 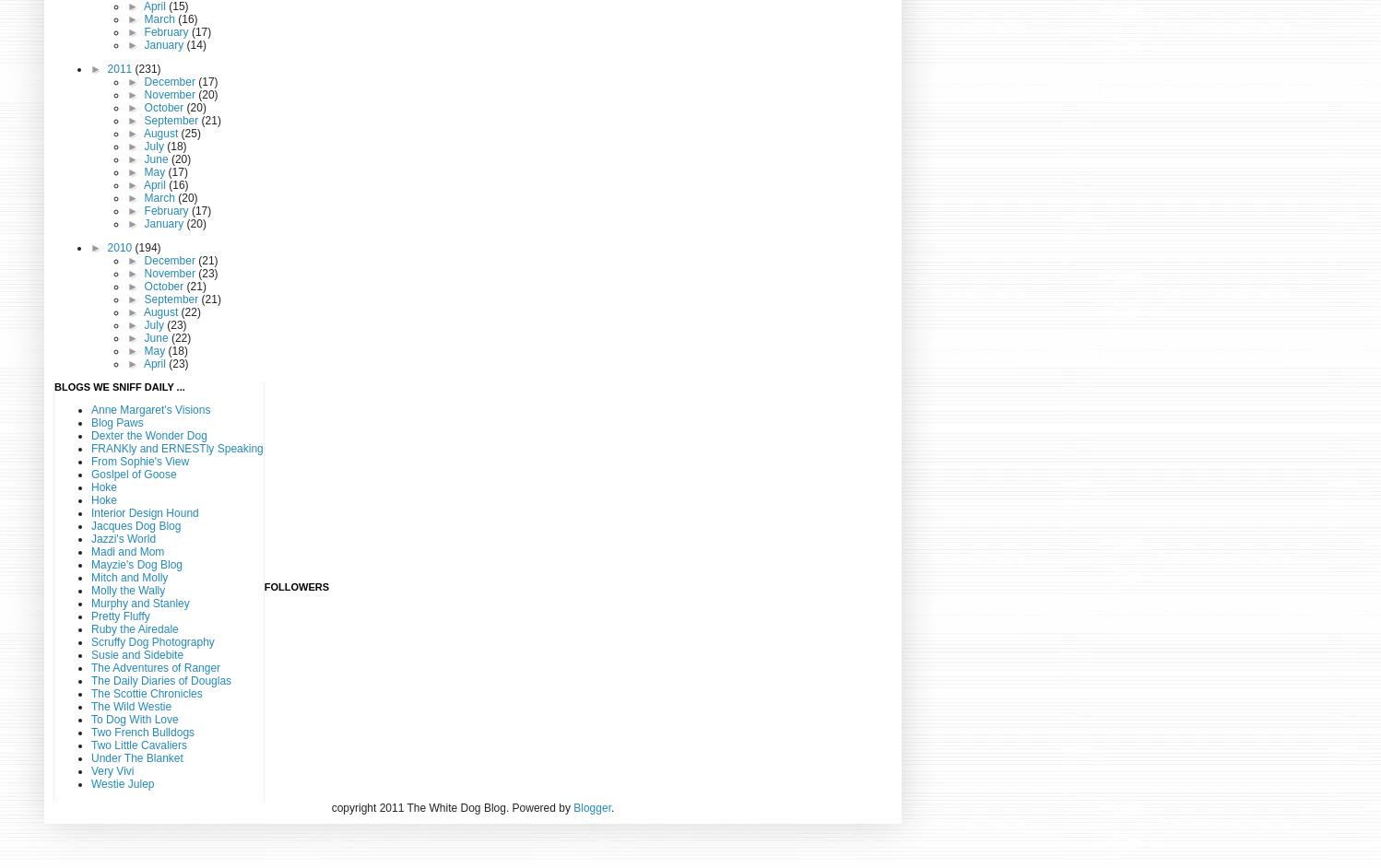 I want to click on 'Goslpel of Goose', so click(x=134, y=474).